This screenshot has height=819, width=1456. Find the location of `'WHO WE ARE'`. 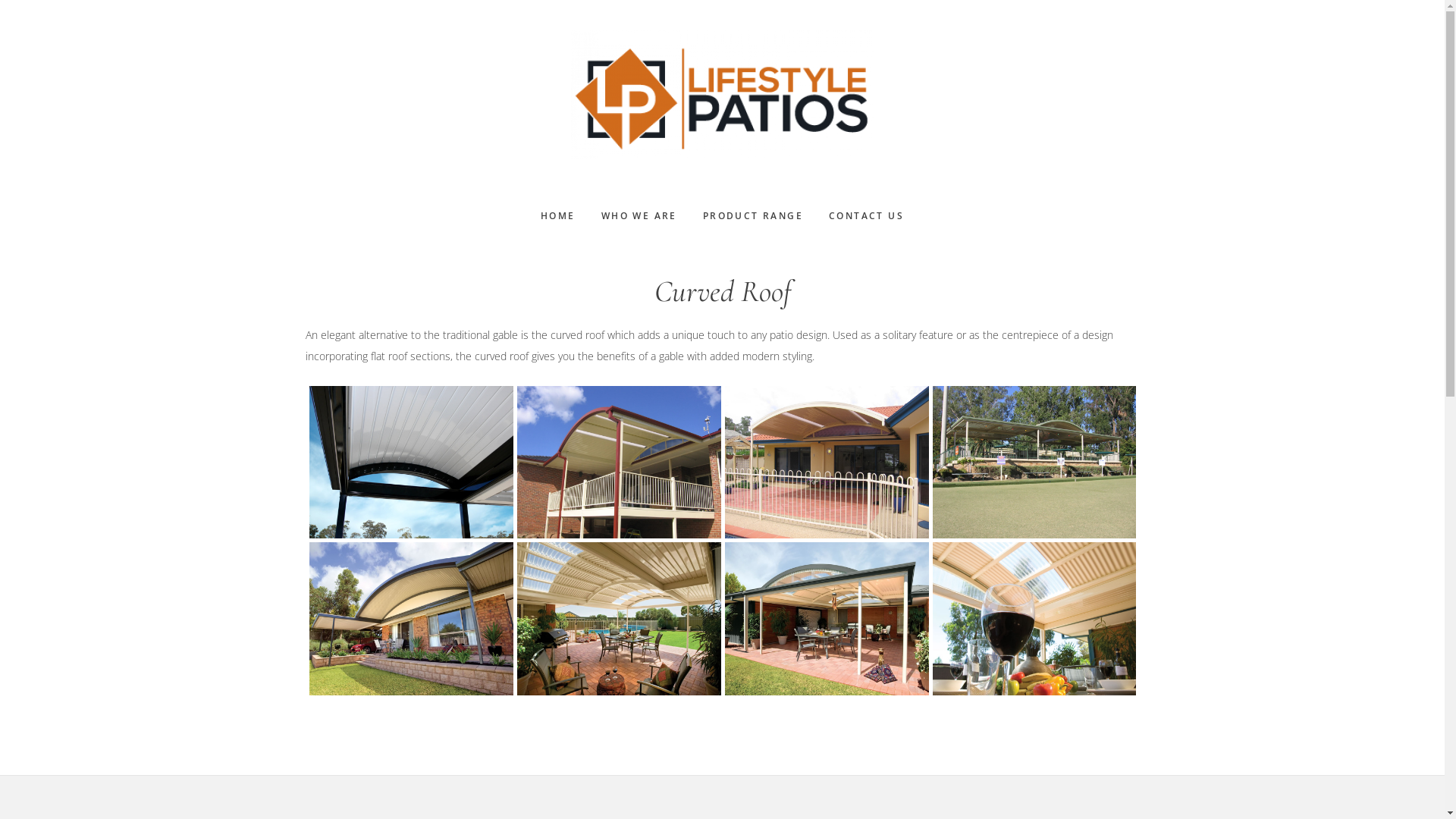

'WHO WE ARE' is located at coordinates (639, 216).